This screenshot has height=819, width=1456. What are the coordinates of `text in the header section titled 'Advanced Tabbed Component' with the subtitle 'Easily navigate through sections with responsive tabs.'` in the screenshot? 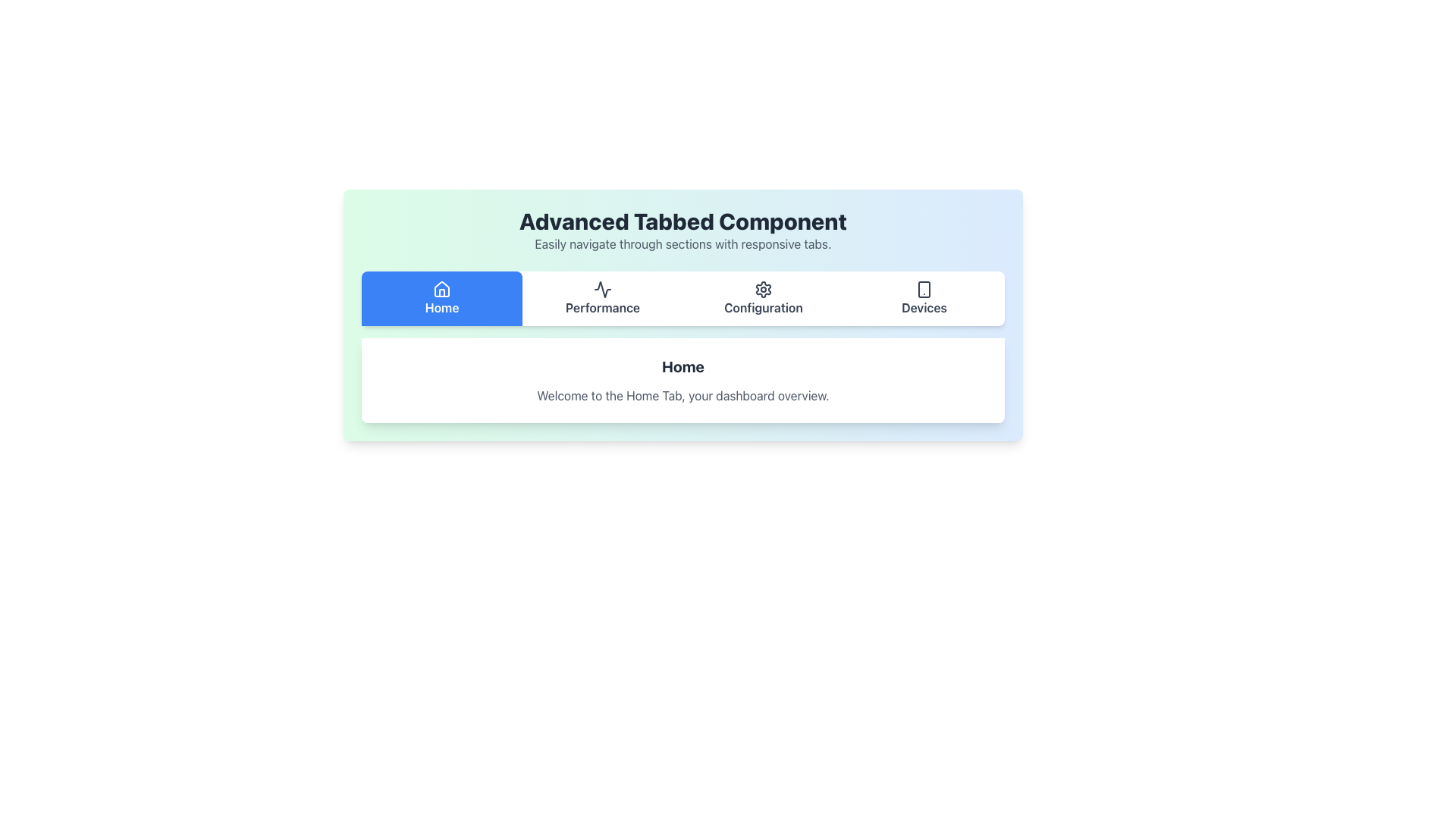 It's located at (682, 231).